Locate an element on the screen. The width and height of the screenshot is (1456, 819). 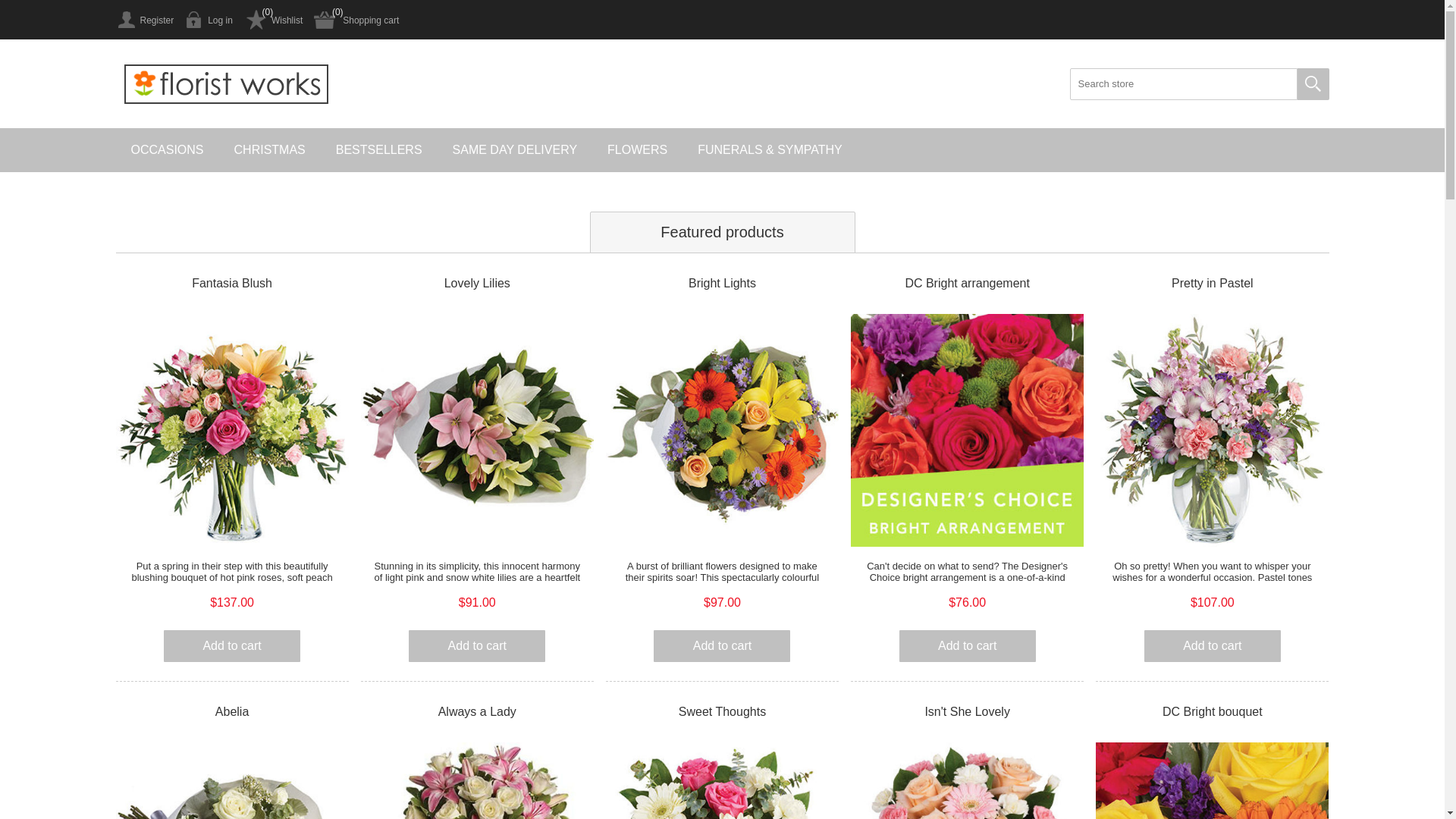
'Show details for Bright Lights' is located at coordinates (721, 430).